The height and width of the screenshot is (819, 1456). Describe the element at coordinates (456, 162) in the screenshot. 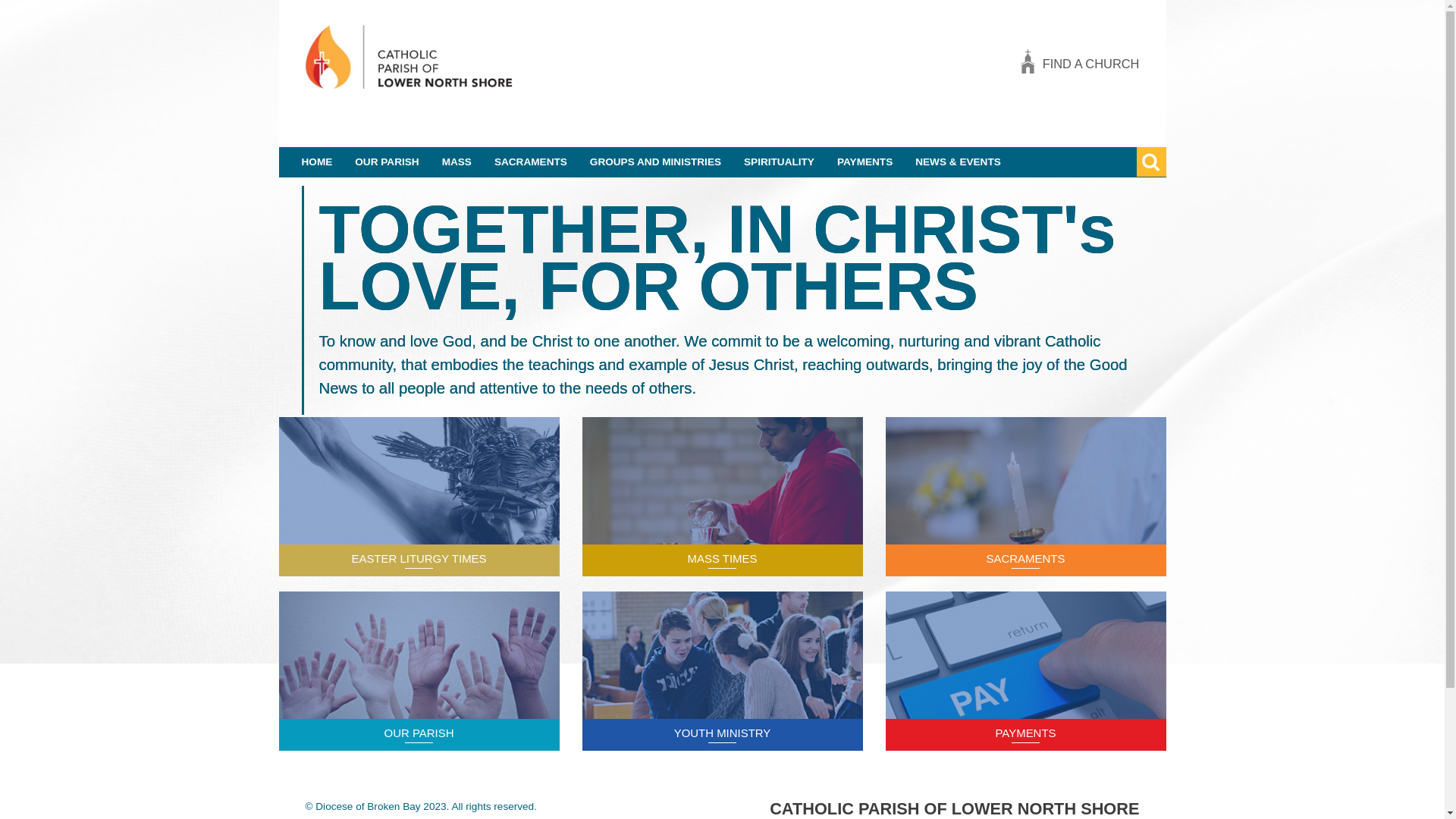

I see `'MASS'` at that location.